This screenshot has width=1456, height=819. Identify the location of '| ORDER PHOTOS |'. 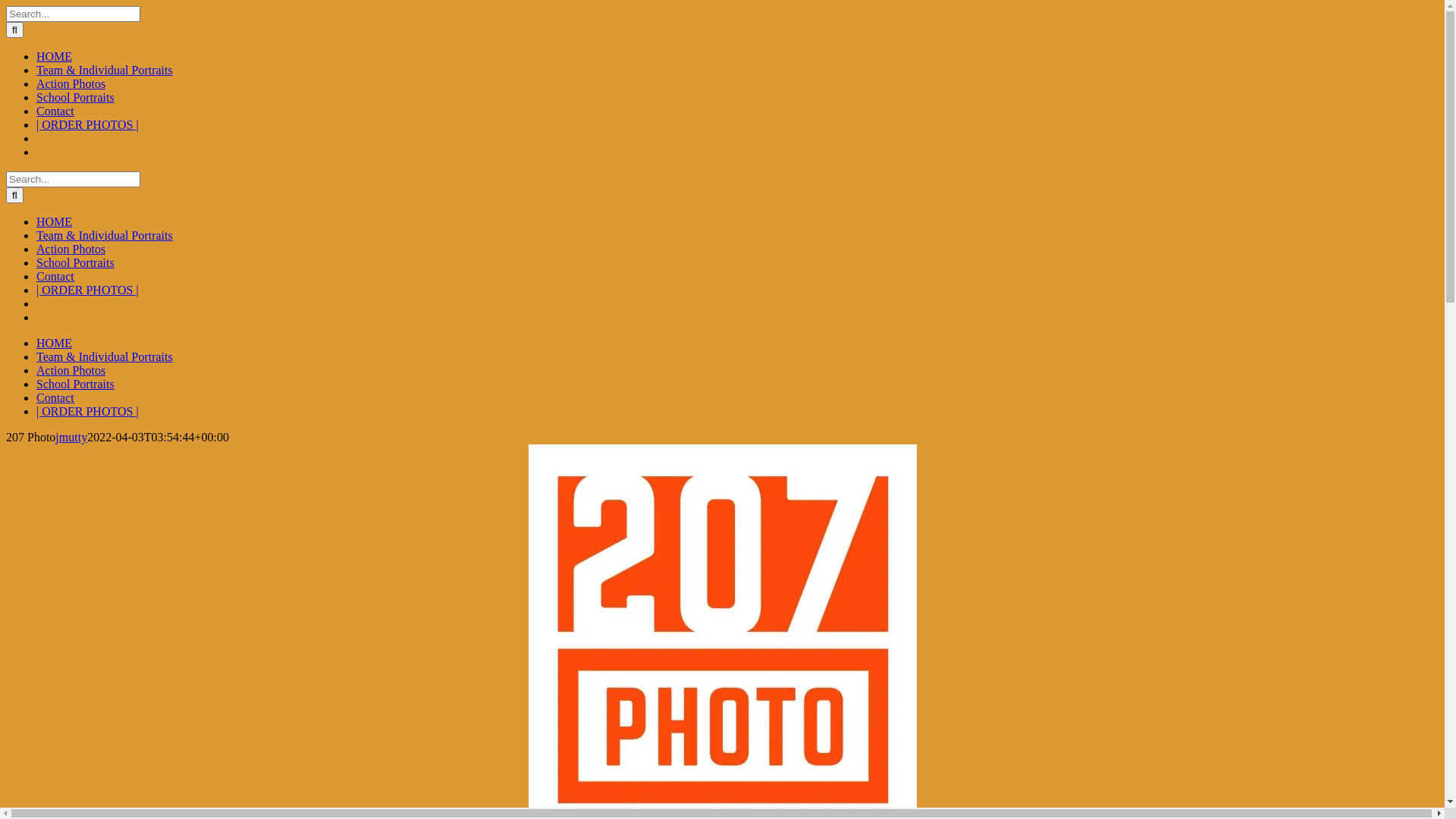
(86, 290).